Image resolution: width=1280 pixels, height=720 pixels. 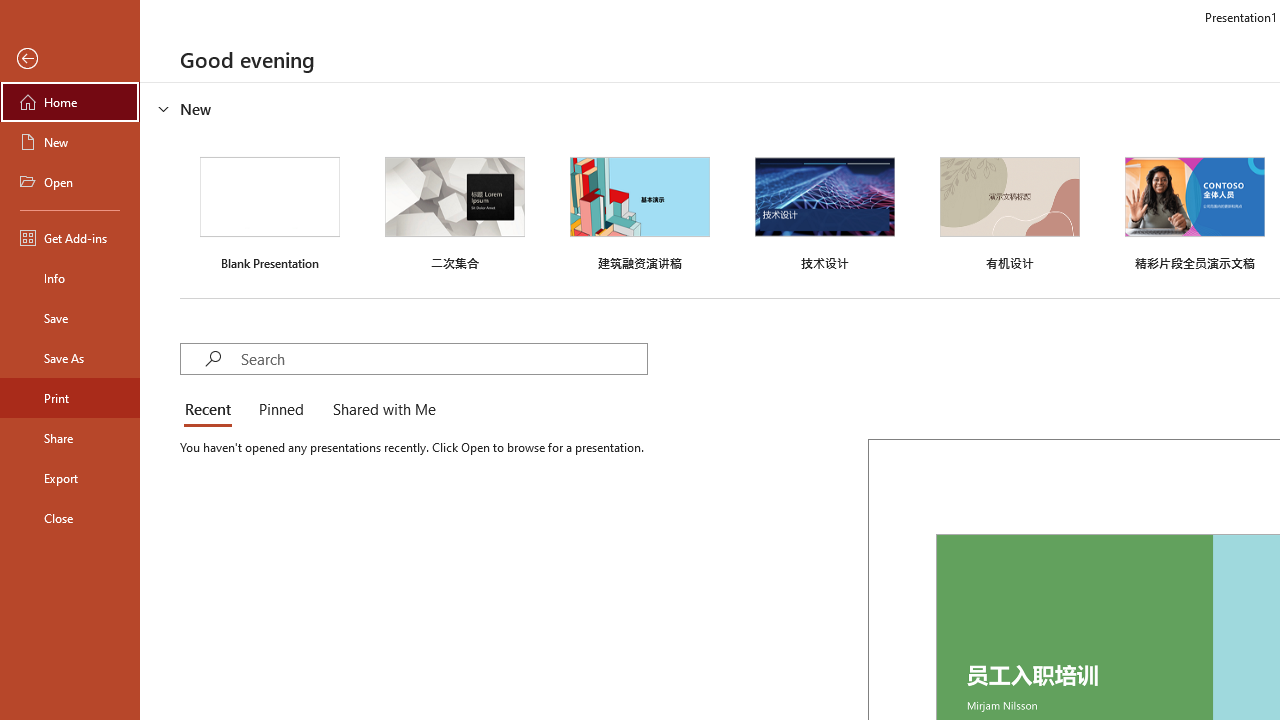 I want to click on 'Blank Presentation', so click(x=269, y=211).